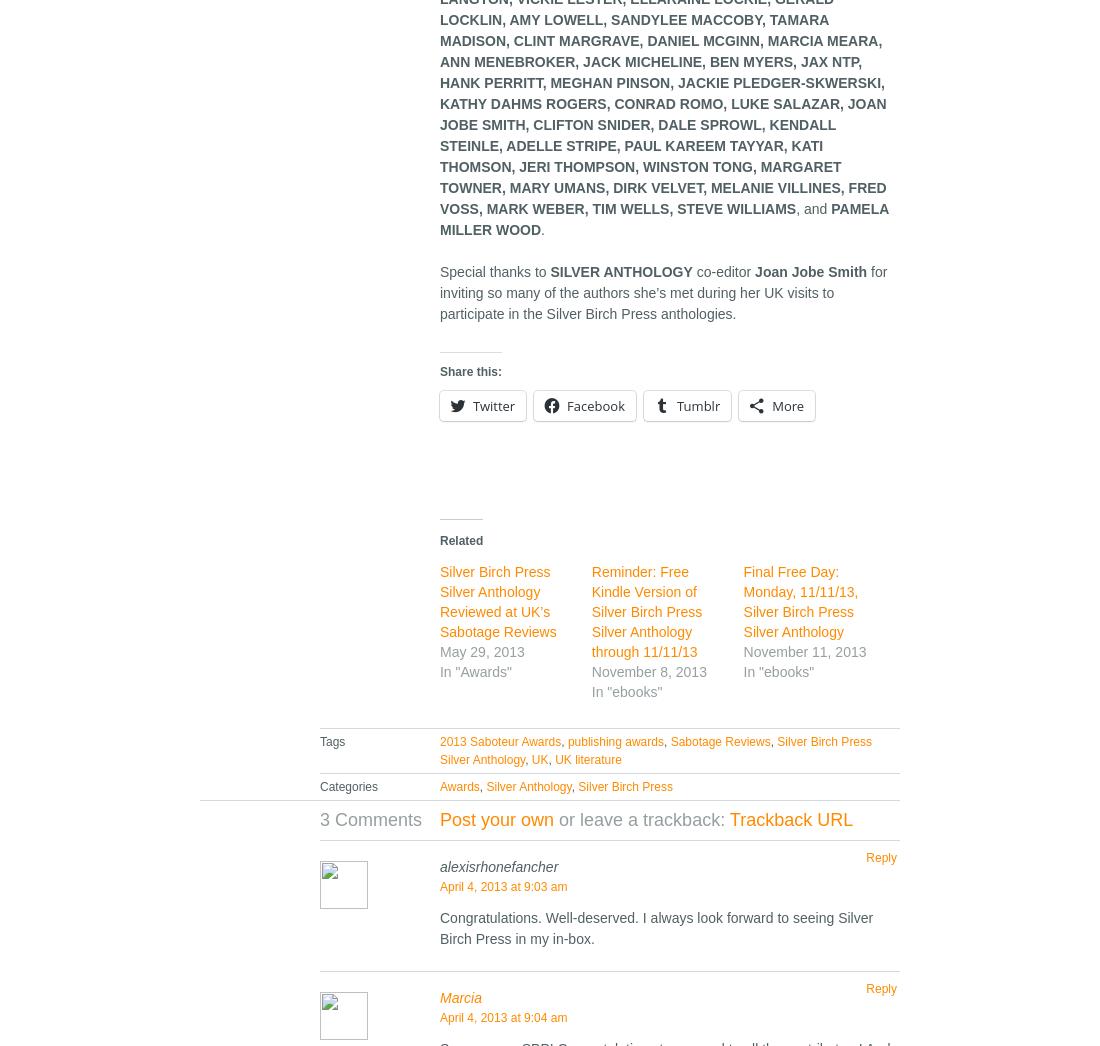 The image size is (1100, 1046). What do you see at coordinates (718, 741) in the screenshot?
I see `'Sabotage Reviews'` at bounding box center [718, 741].